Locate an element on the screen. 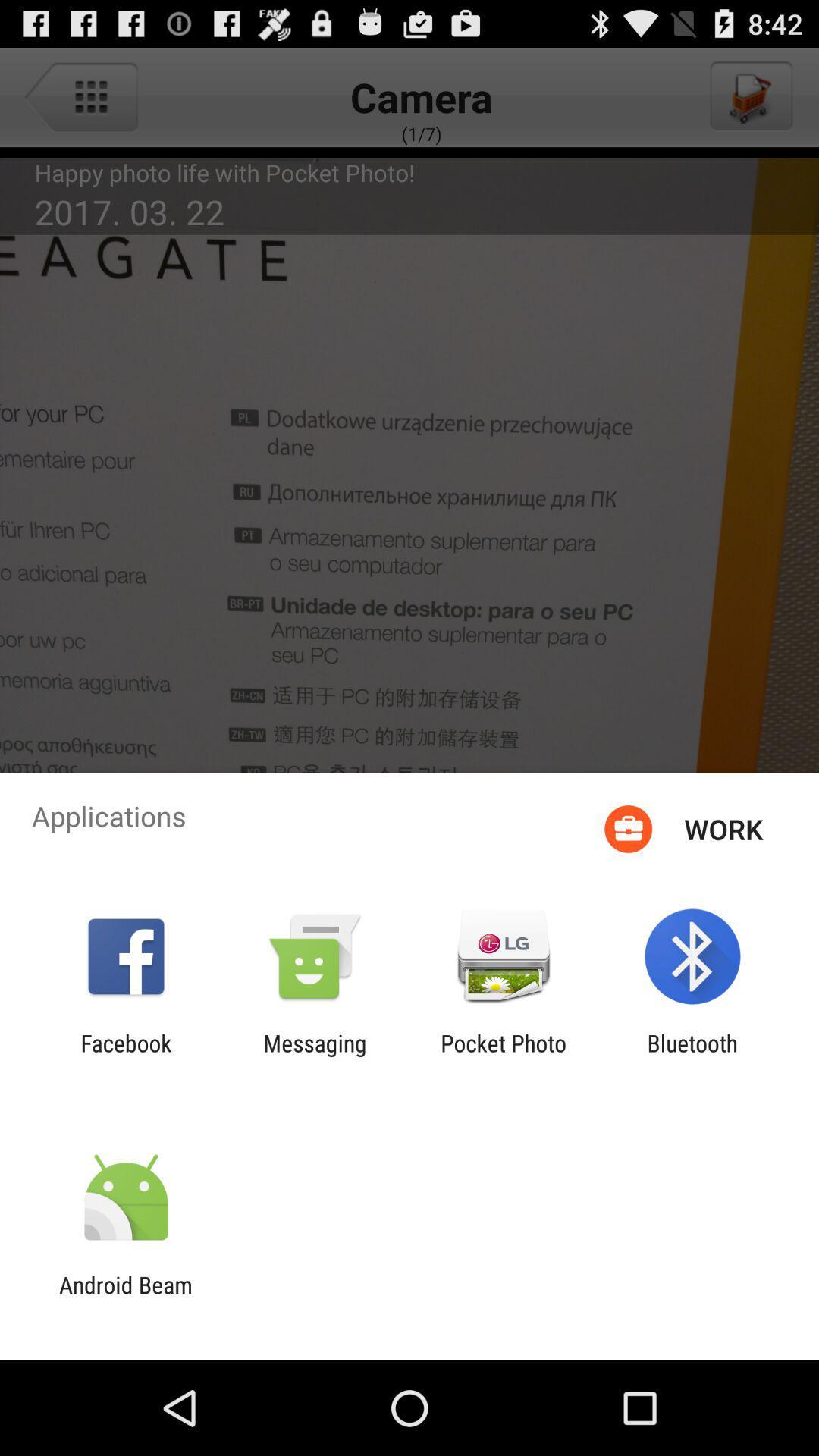 The height and width of the screenshot is (1456, 819). the item next to the bluetooth is located at coordinates (504, 1056).